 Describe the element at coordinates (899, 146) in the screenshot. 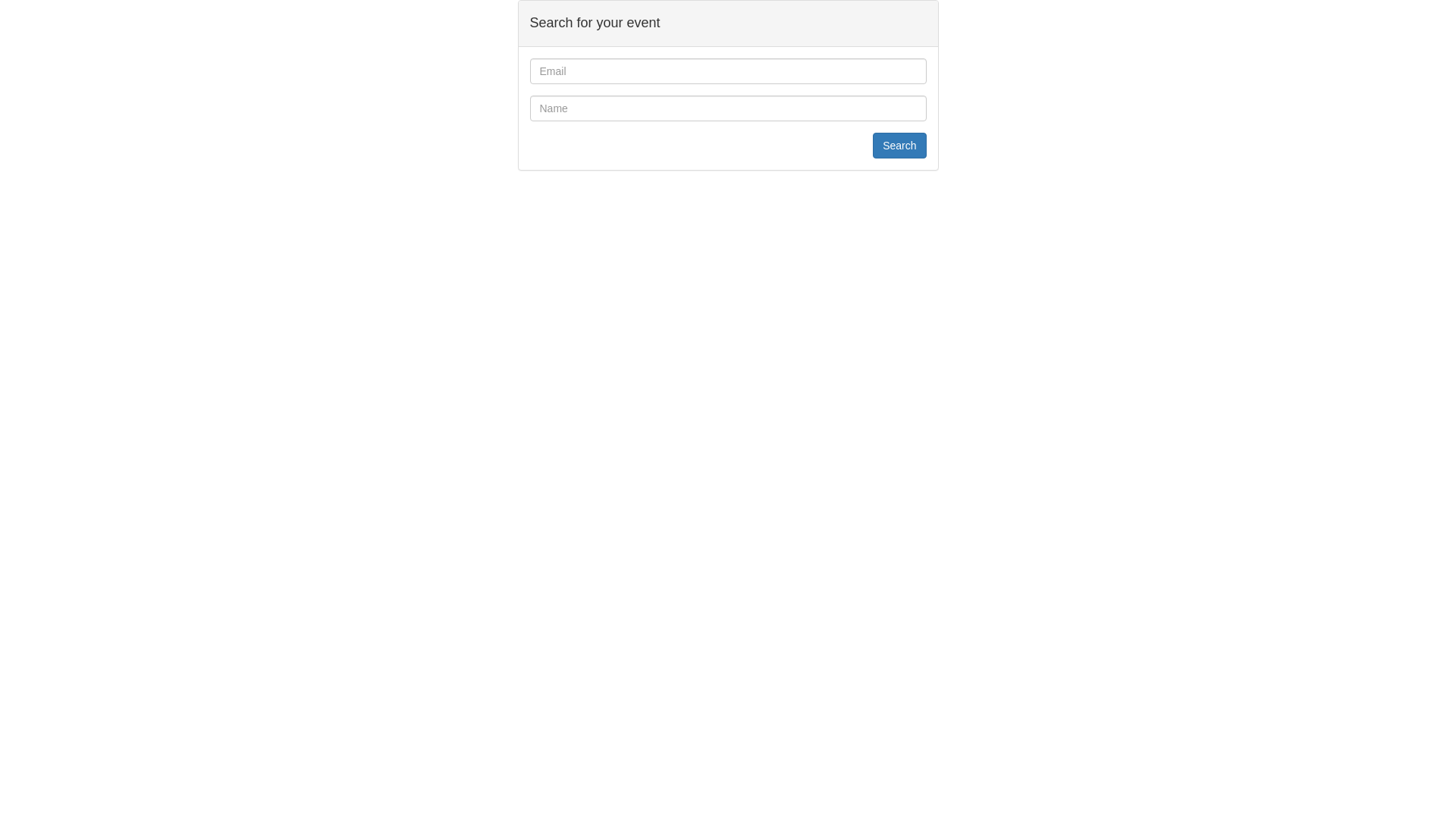

I see `'Search'` at that location.